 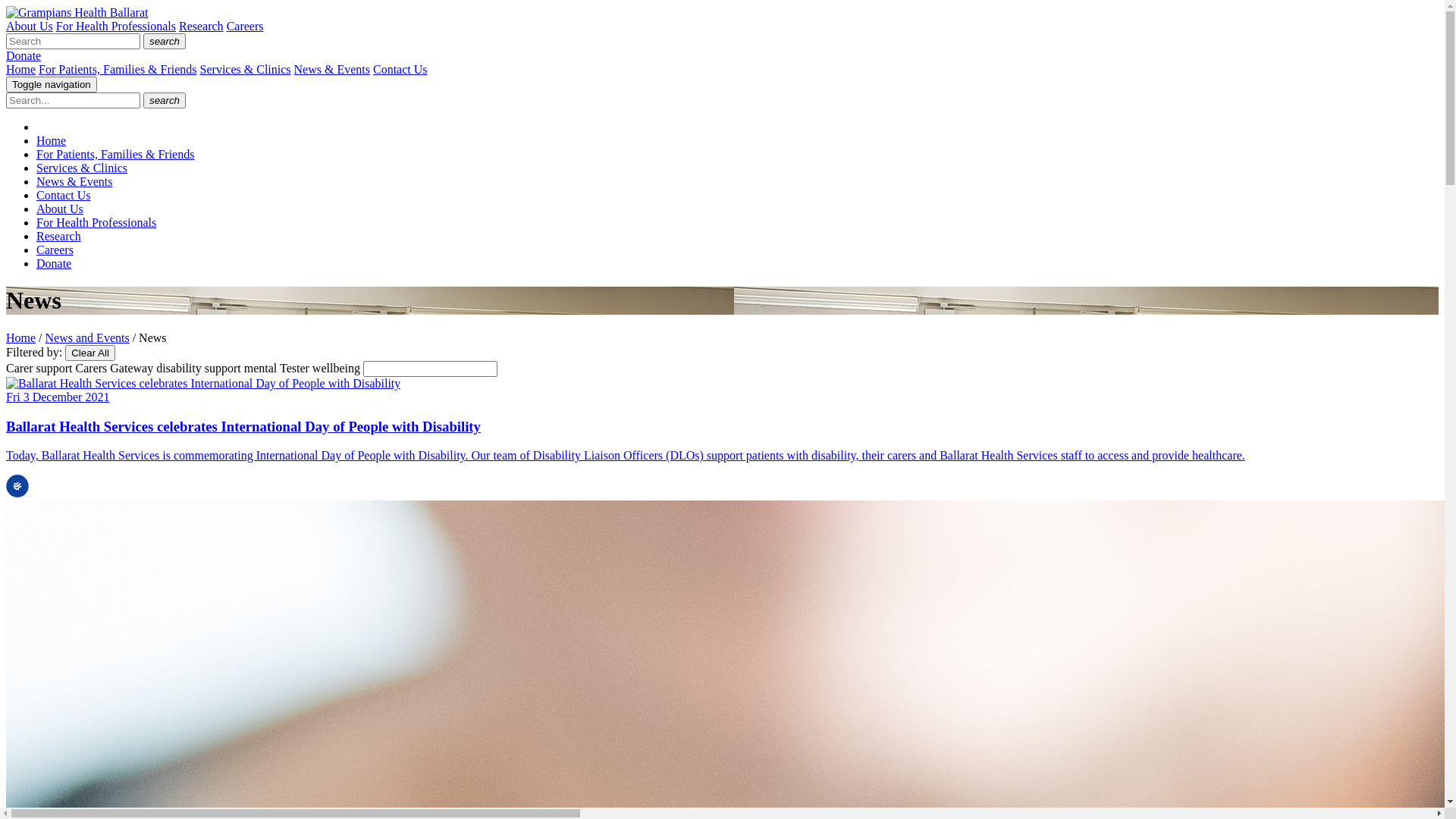 I want to click on 'About Us', so click(x=29, y=26).